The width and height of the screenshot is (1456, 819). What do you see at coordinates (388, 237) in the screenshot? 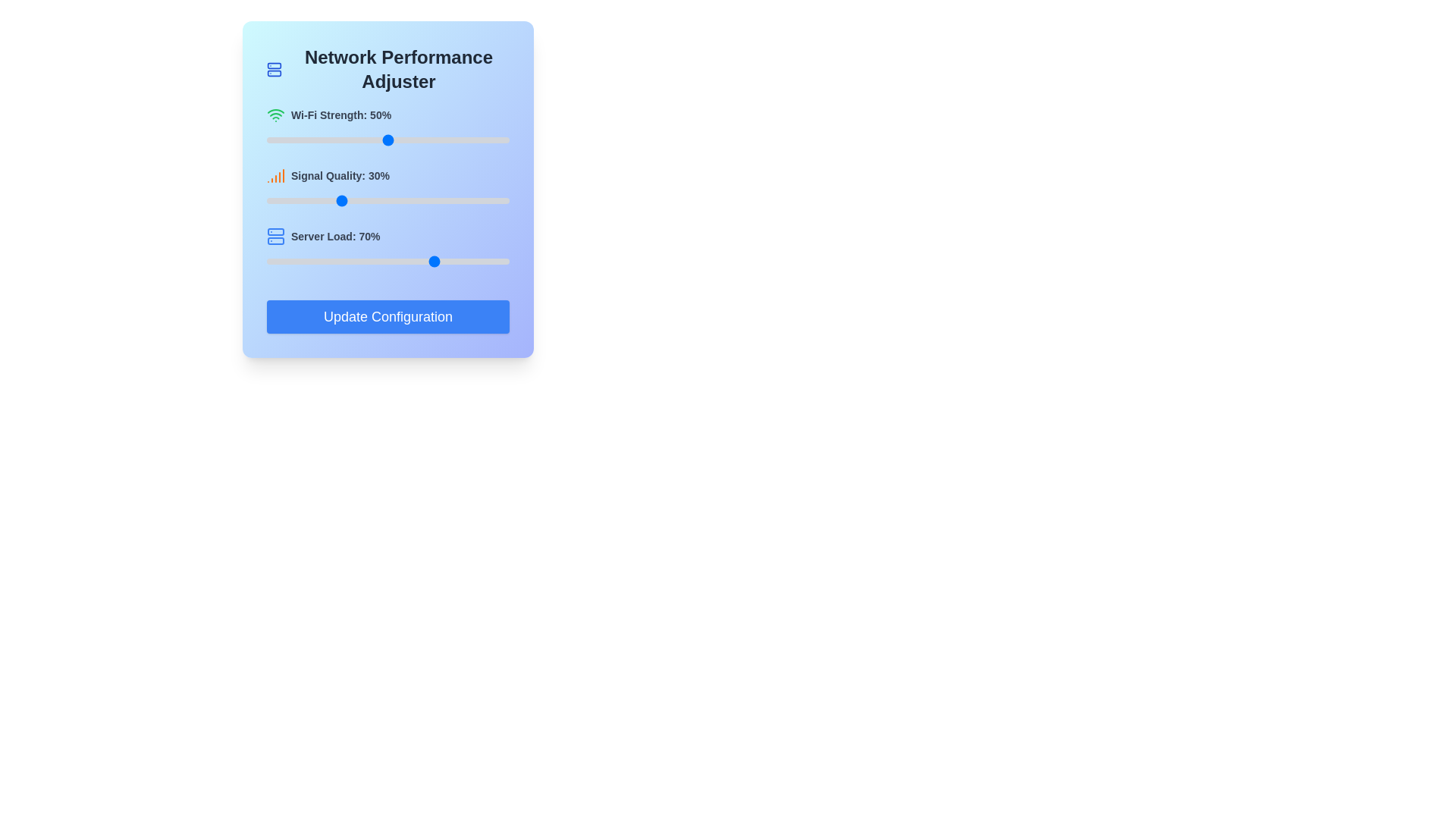
I see `the Text Label that indicates the current server load percentage, located between 'Signal Quality: 30%' and a horizontal slider control` at bounding box center [388, 237].